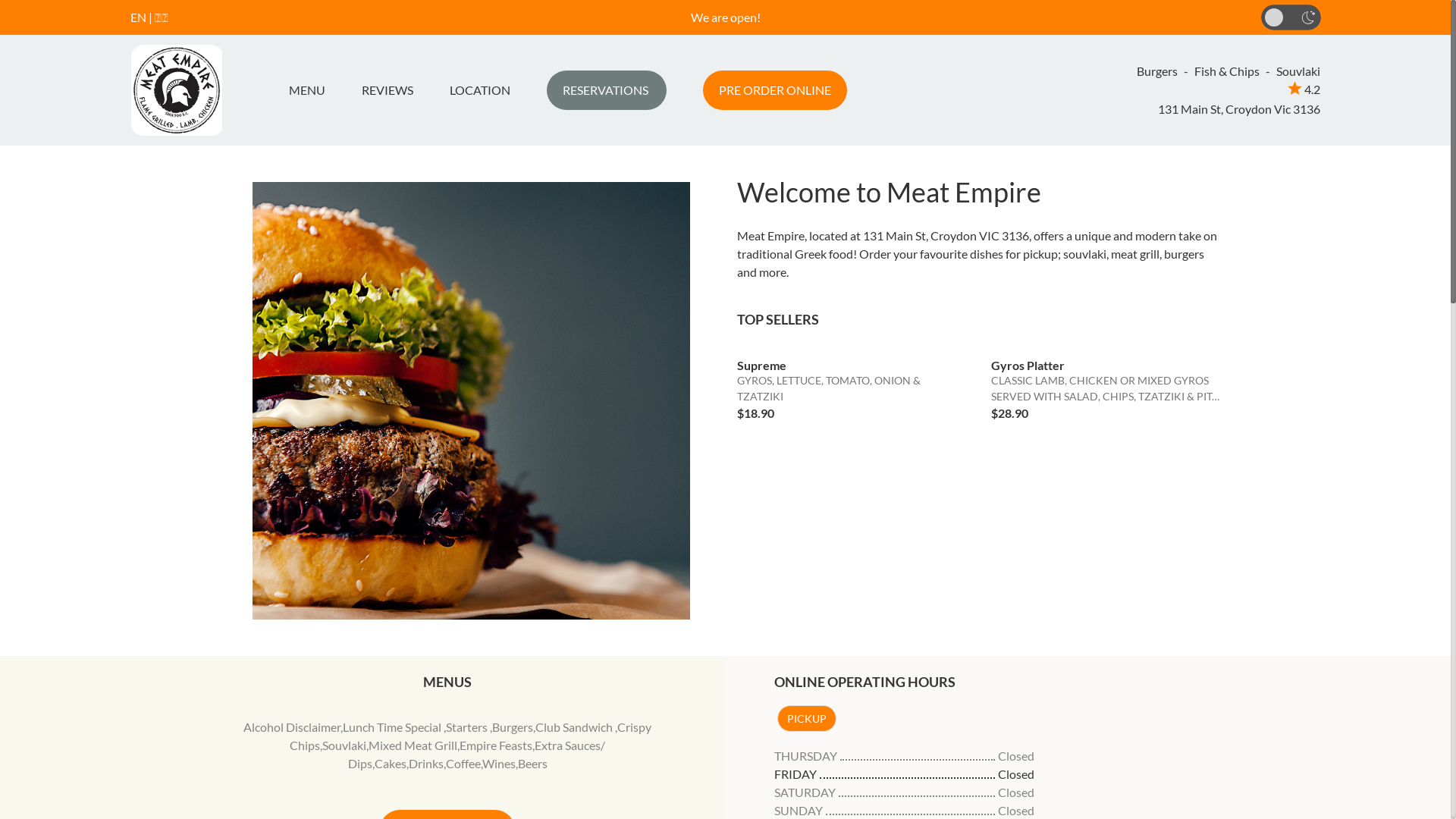  Describe the element at coordinates (282, 90) in the screenshot. I see `'MENU'` at that location.